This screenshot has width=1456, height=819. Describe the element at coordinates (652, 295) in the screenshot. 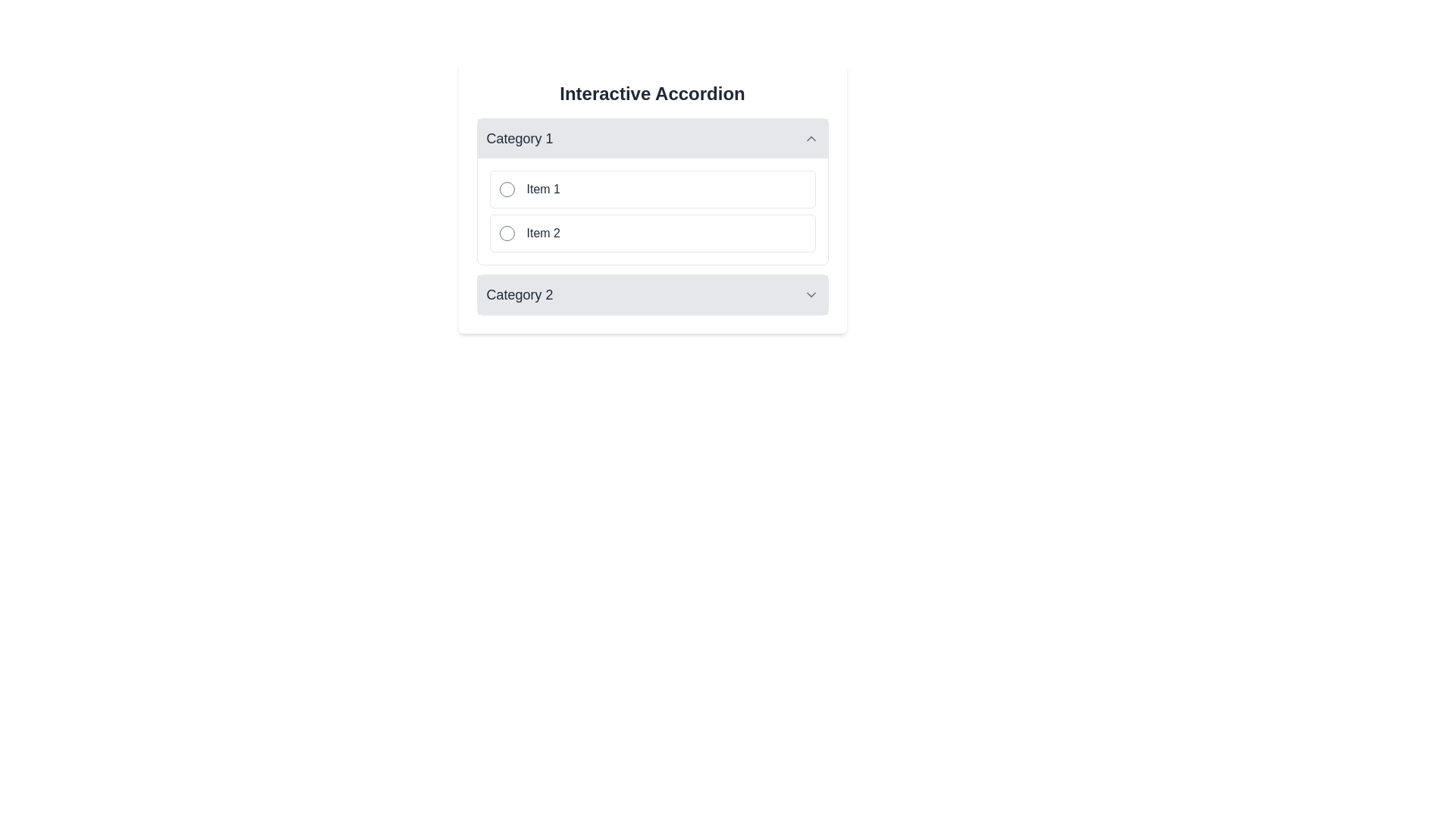

I see `the Accordion title bar labeled 'Category 2'` at that location.